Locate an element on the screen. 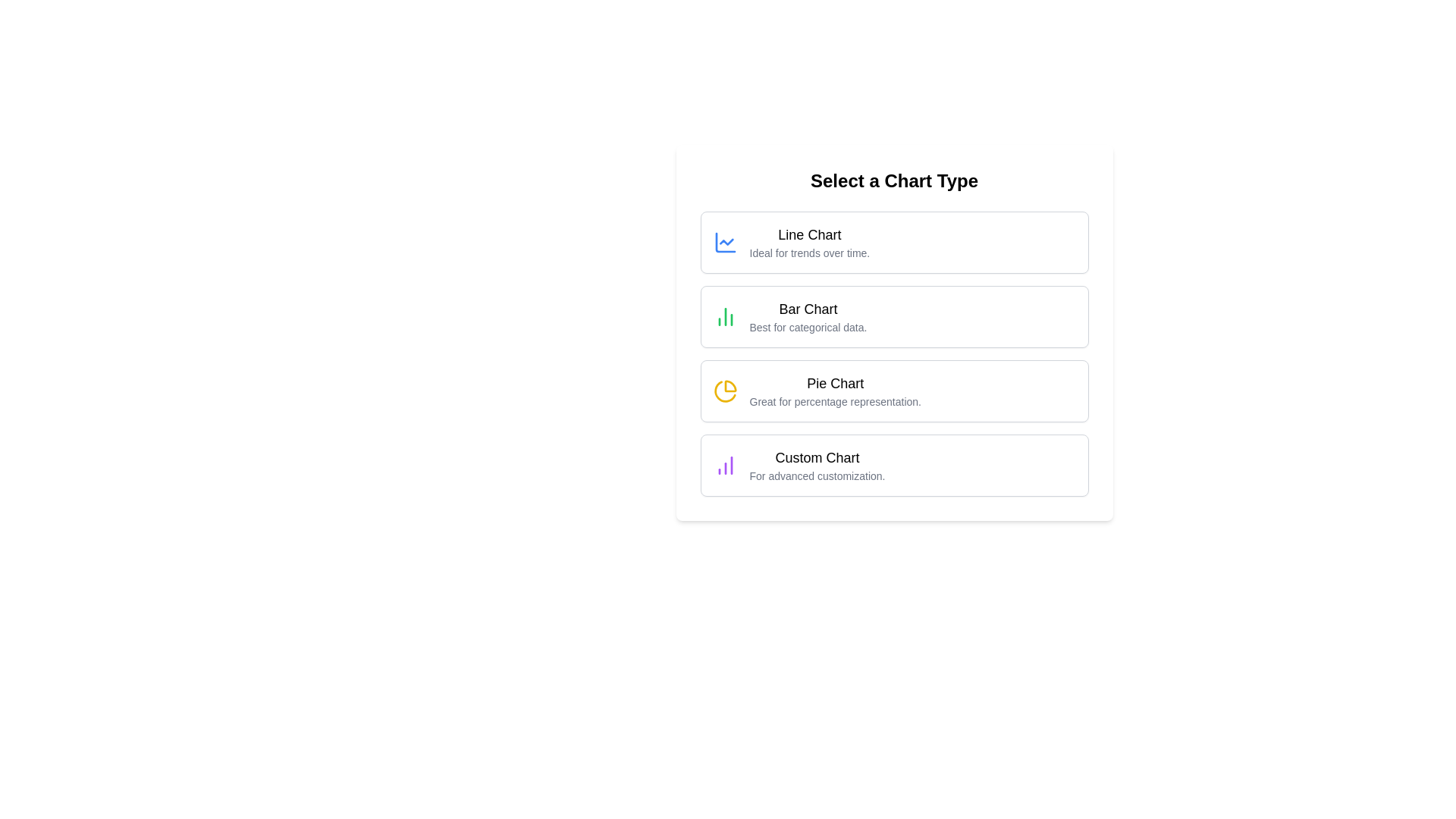 This screenshot has height=819, width=1456. the text block informing users about the 'Custom Chart' option, which is the fourth item in the 'Select a Chart Type' list is located at coordinates (817, 464).